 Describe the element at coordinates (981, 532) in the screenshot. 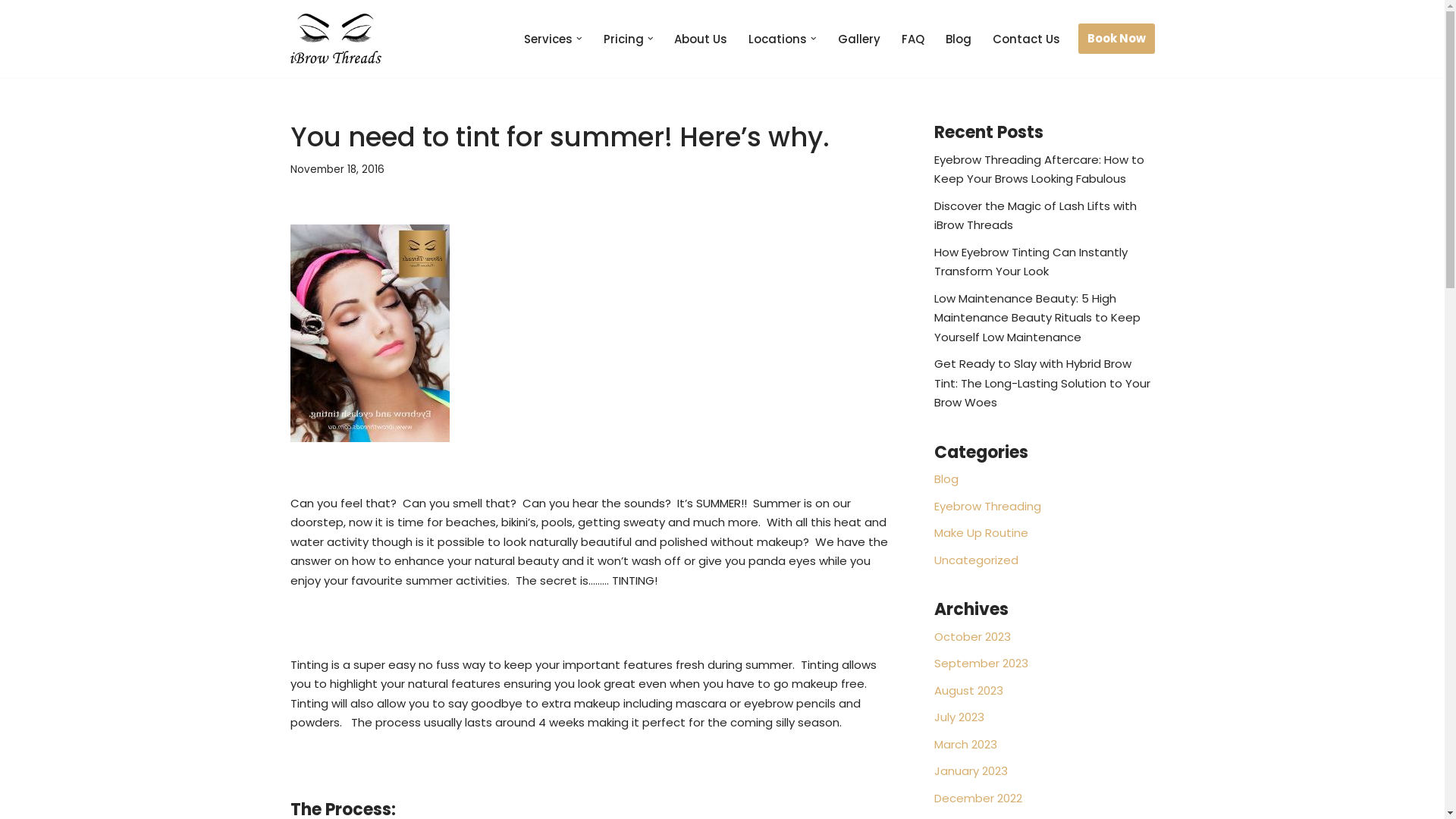

I see `'Make Up Routine'` at that location.